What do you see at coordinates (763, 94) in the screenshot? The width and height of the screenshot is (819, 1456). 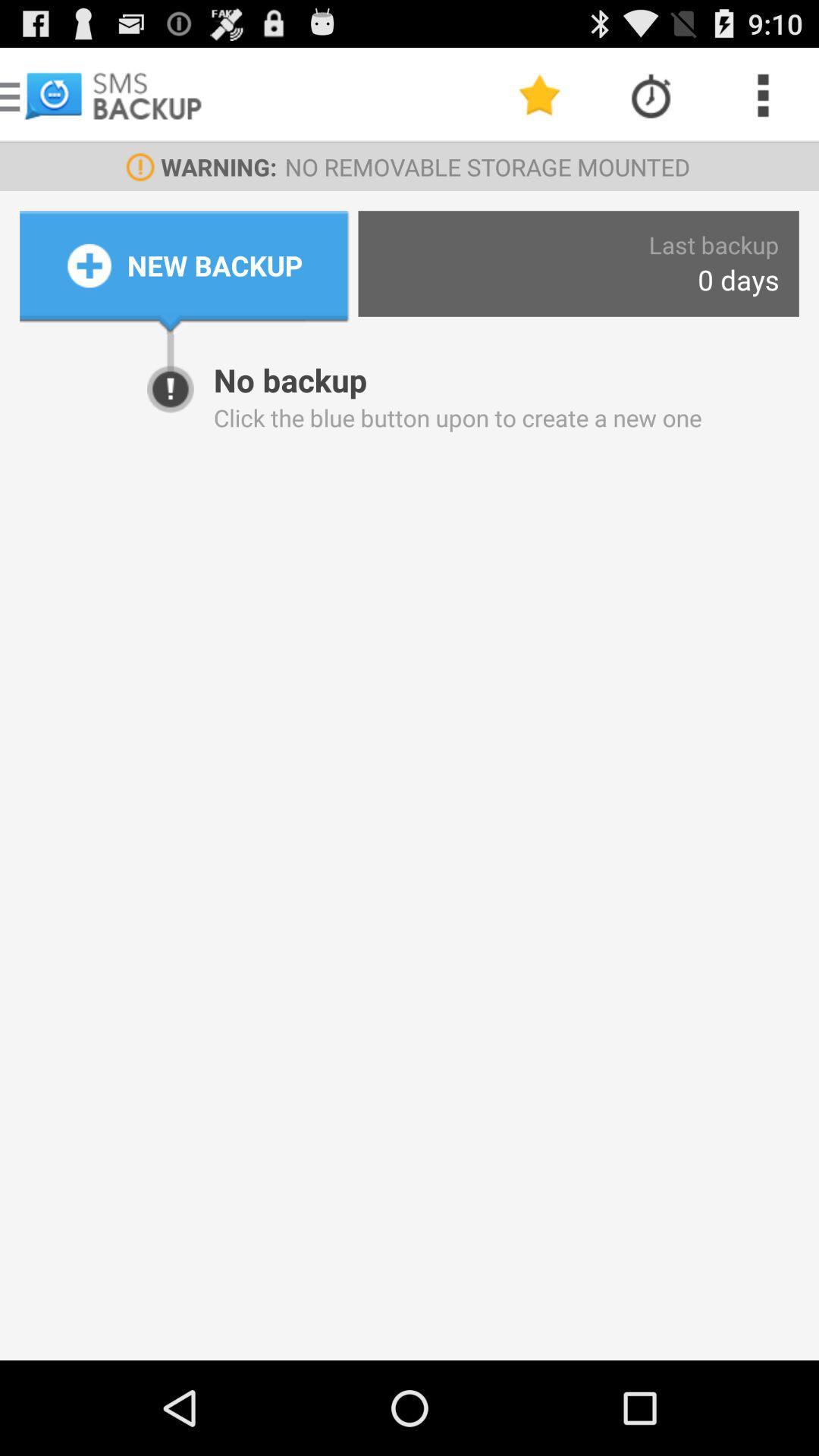 I see `the icon above last backup icon` at bounding box center [763, 94].